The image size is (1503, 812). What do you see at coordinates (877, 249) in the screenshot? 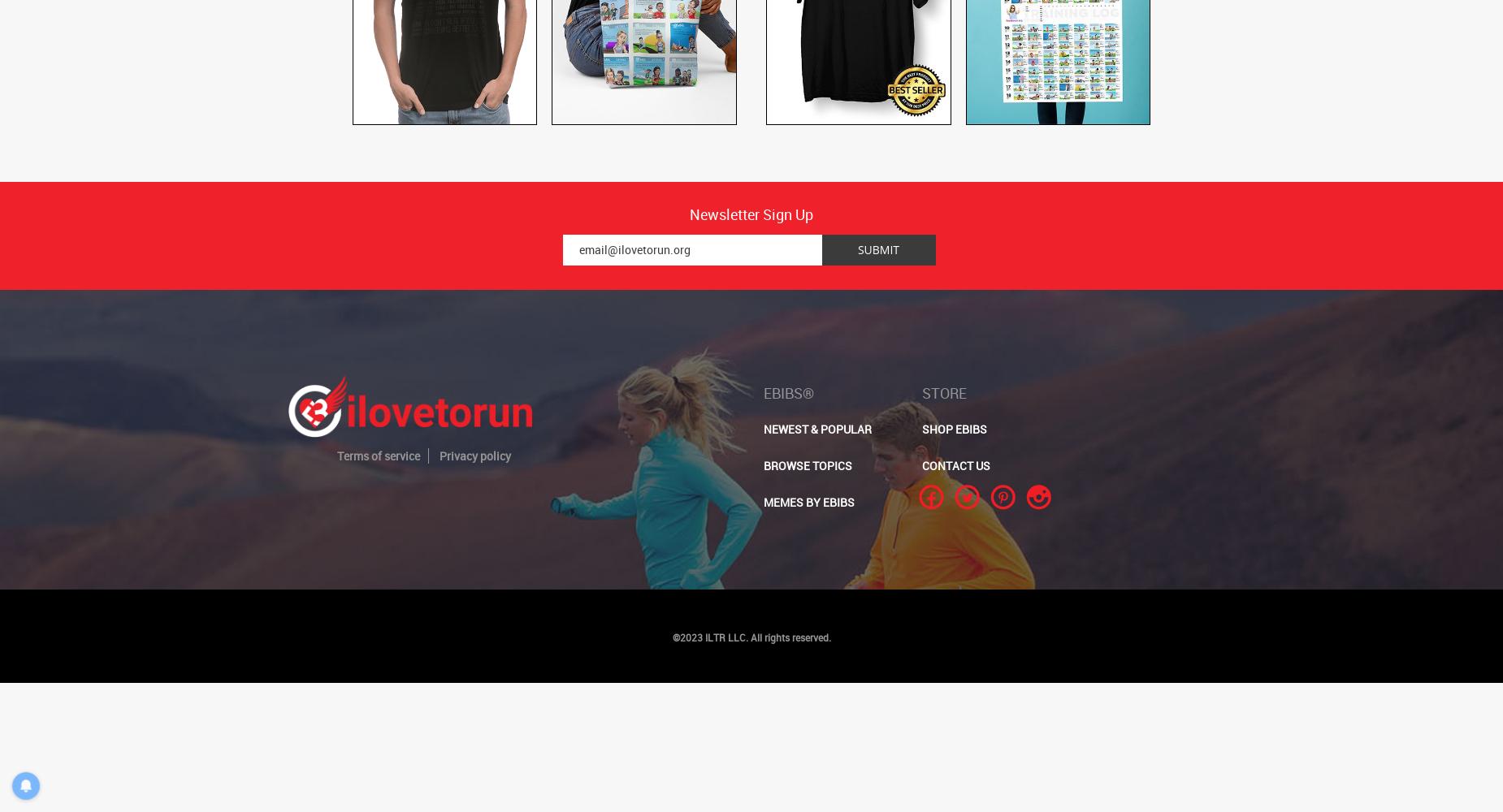
I see `'Submit'` at bounding box center [877, 249].